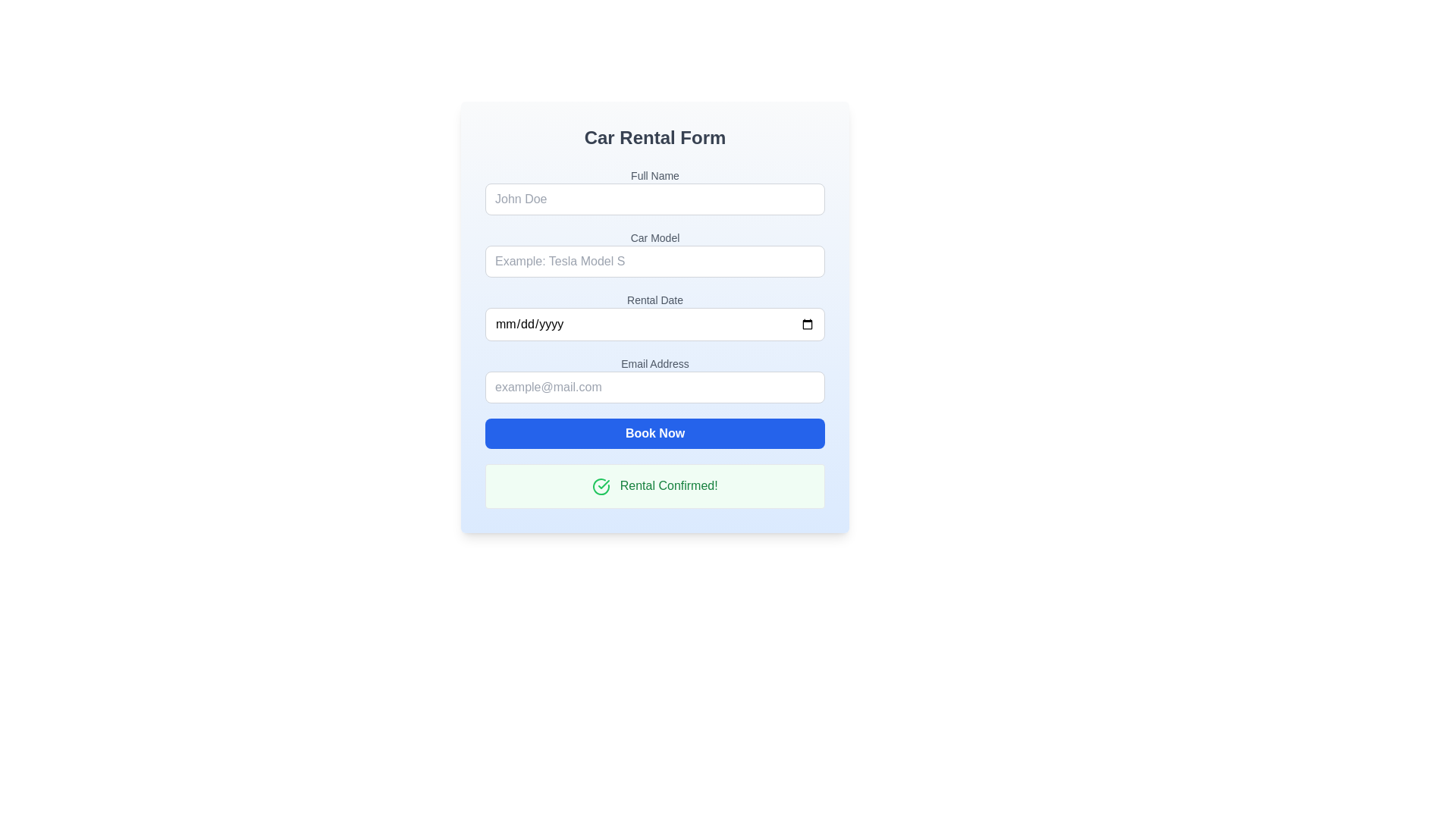 The height and width of the screenshot is (819, 1456). Describe the element at coordinates (601, 486) in the screenshot. I see `the circular icon with a light green checkmark symbol inside, located to the left of the text 'Rental Confirmed!' in a green box at the bottom of the main form section` at that location.